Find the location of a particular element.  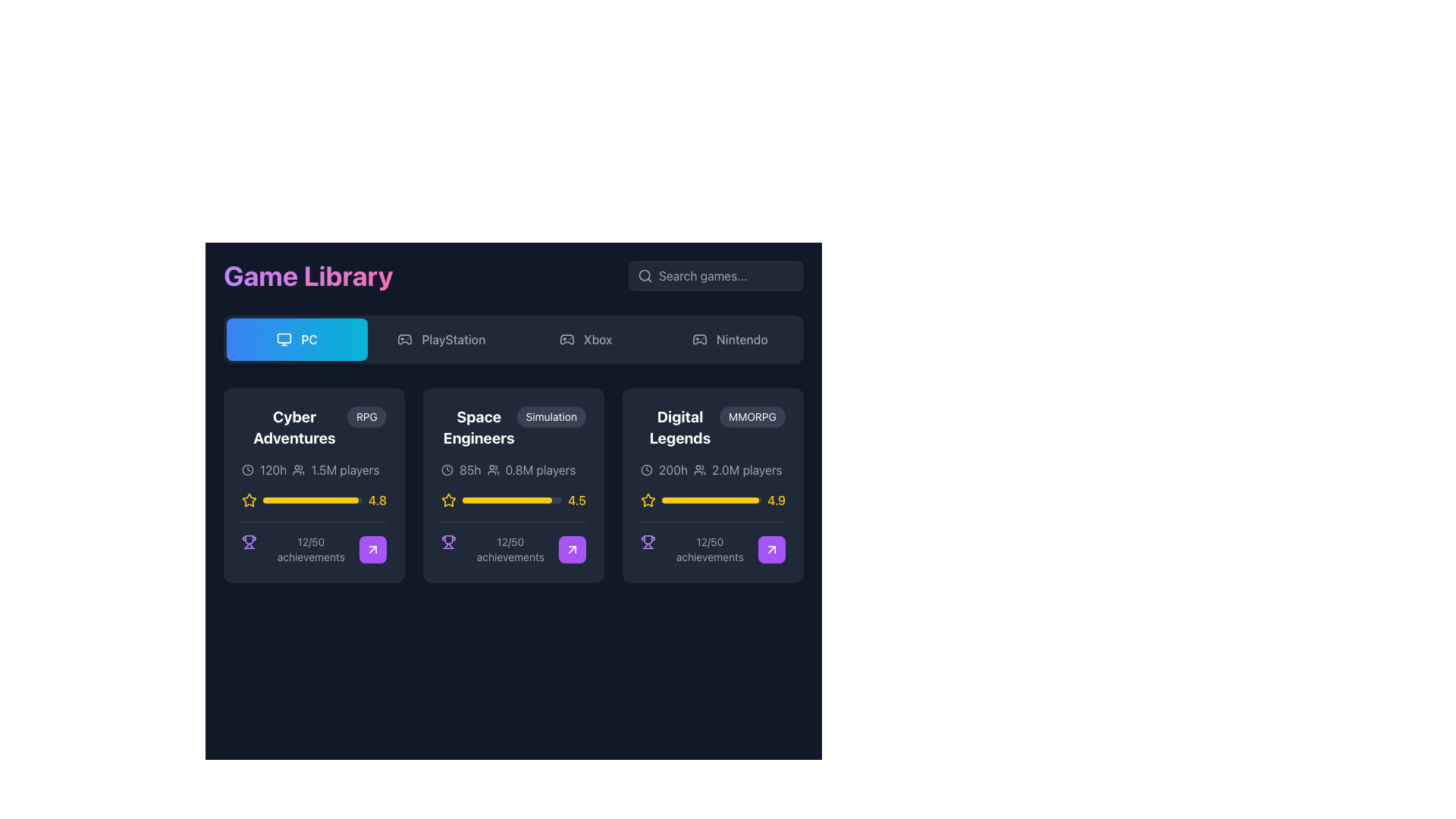

text content from the Text Label displaying the number of players for the game 'Space Engineers', which is located within the card for the game, positioned to the right of '85h' and a player icon is located at coordinates (540, 469).